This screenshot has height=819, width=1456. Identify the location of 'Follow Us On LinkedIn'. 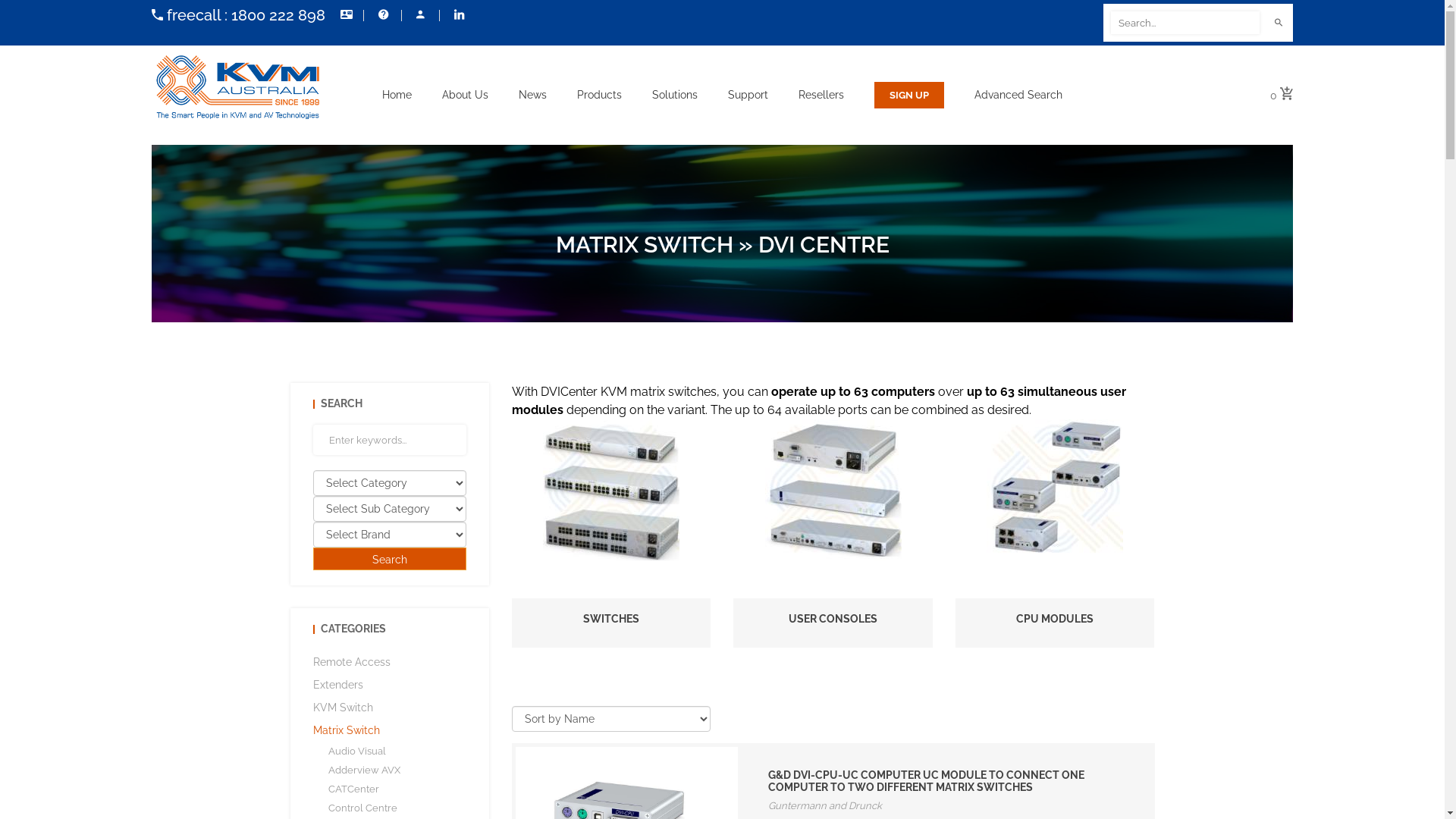
(457, 14).